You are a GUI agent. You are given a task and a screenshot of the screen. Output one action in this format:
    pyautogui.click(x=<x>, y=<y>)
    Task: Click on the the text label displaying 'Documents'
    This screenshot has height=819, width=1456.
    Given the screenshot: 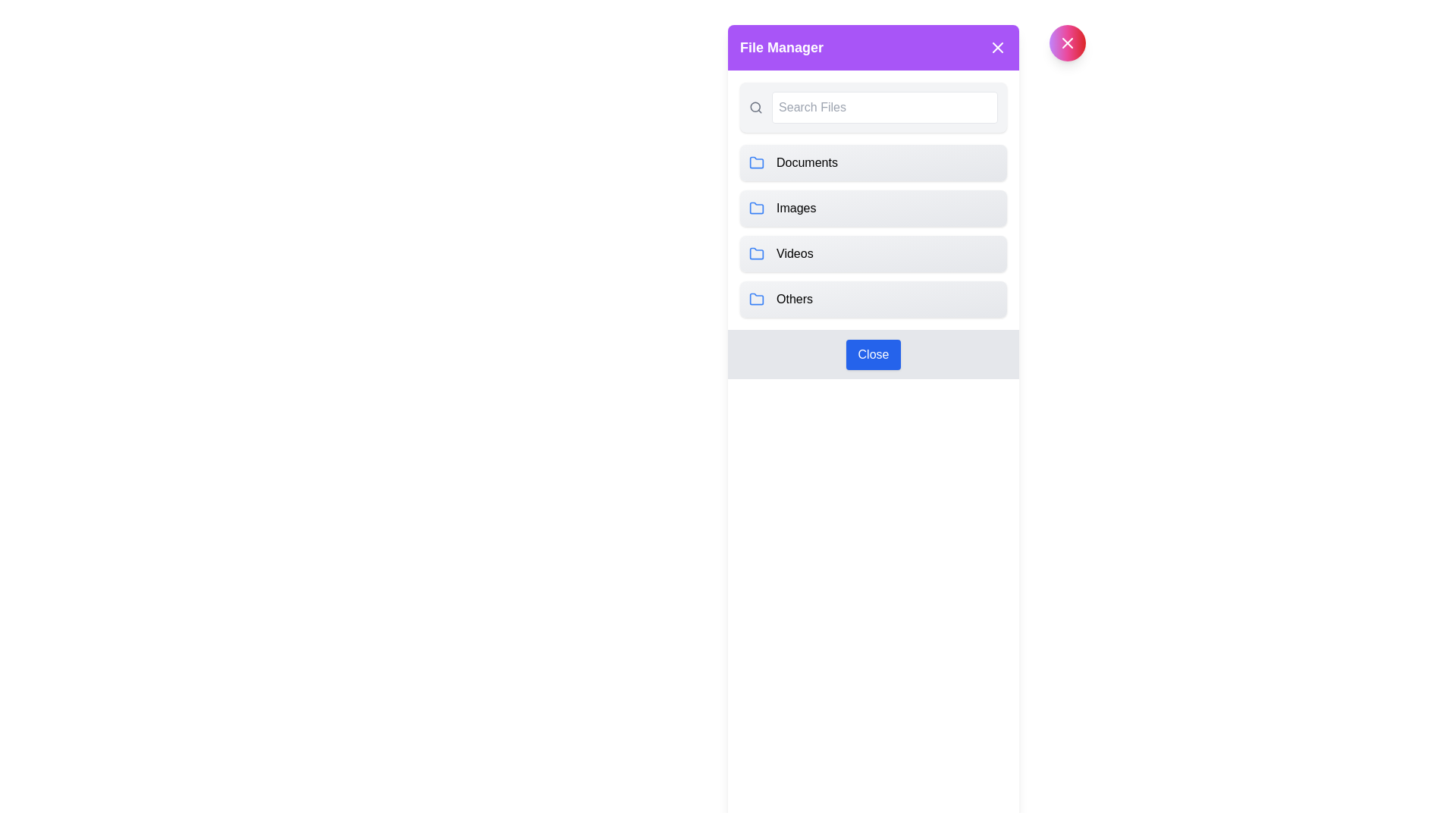 What is the action you would take?
    pyautogui.click(x=806, y=163)
    